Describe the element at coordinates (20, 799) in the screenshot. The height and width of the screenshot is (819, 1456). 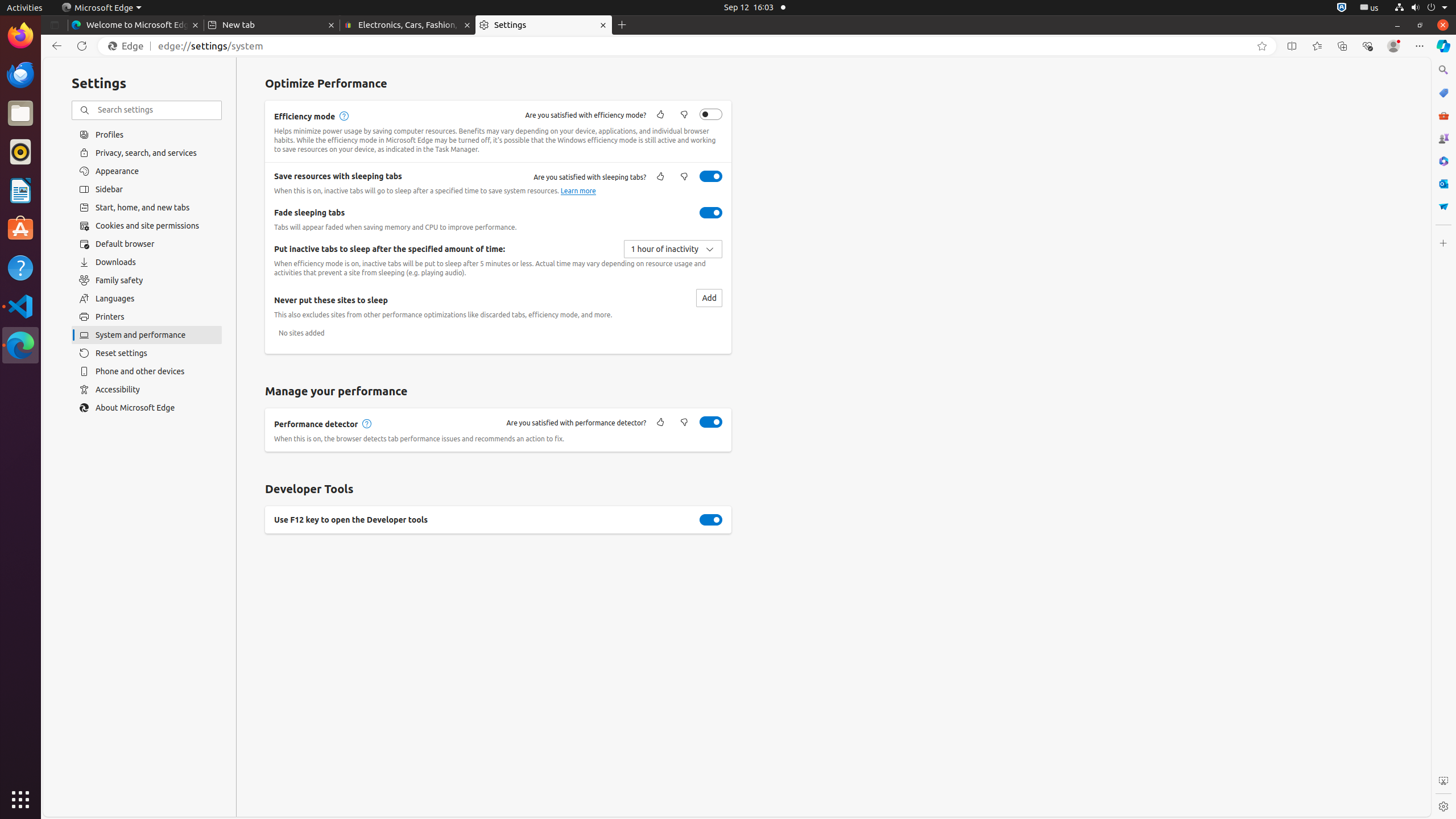
I see `'Show Applications'` at that location.